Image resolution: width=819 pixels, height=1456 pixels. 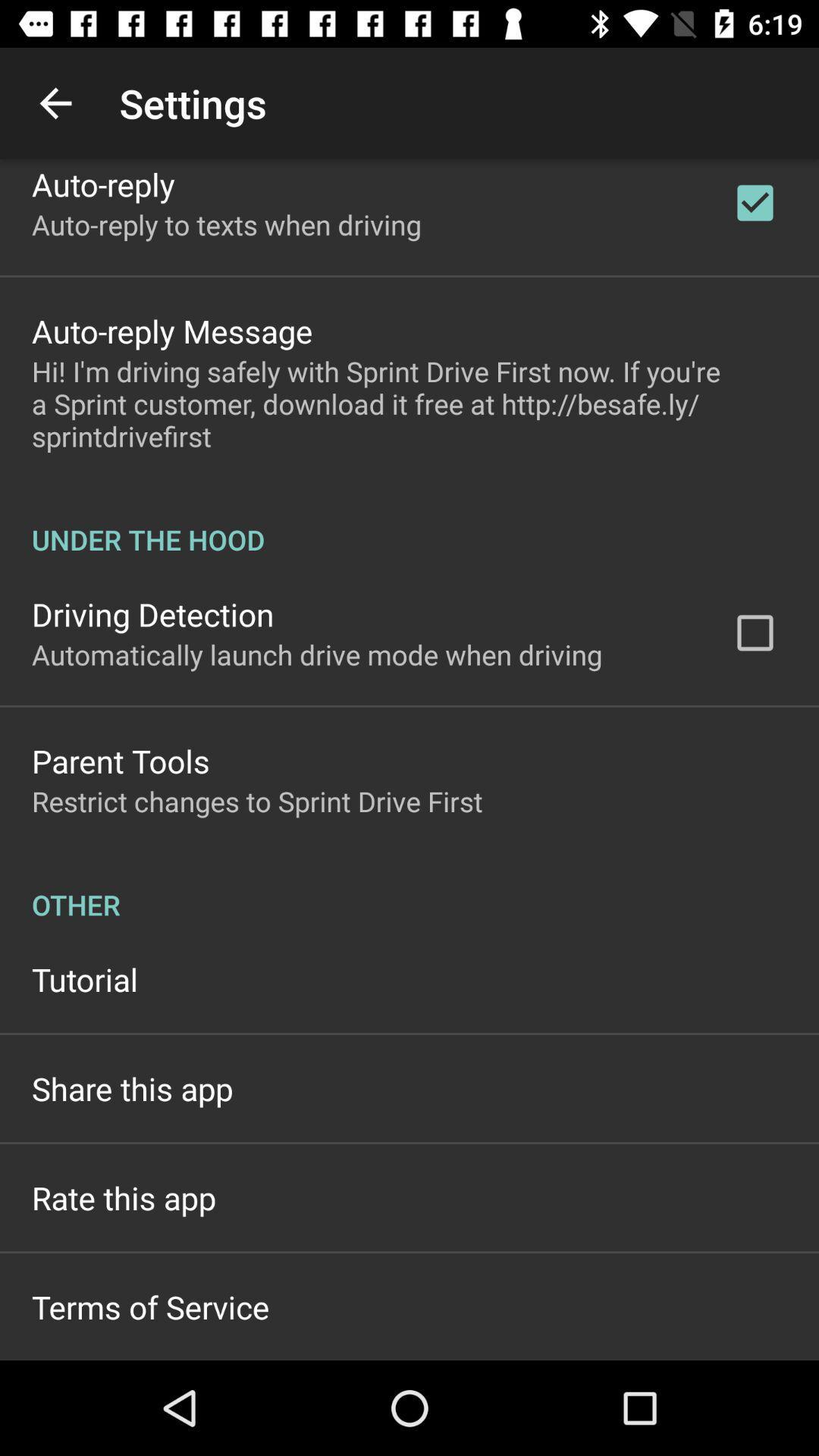 I want to click on automatically launch drive item, so click(x=316, y=654).